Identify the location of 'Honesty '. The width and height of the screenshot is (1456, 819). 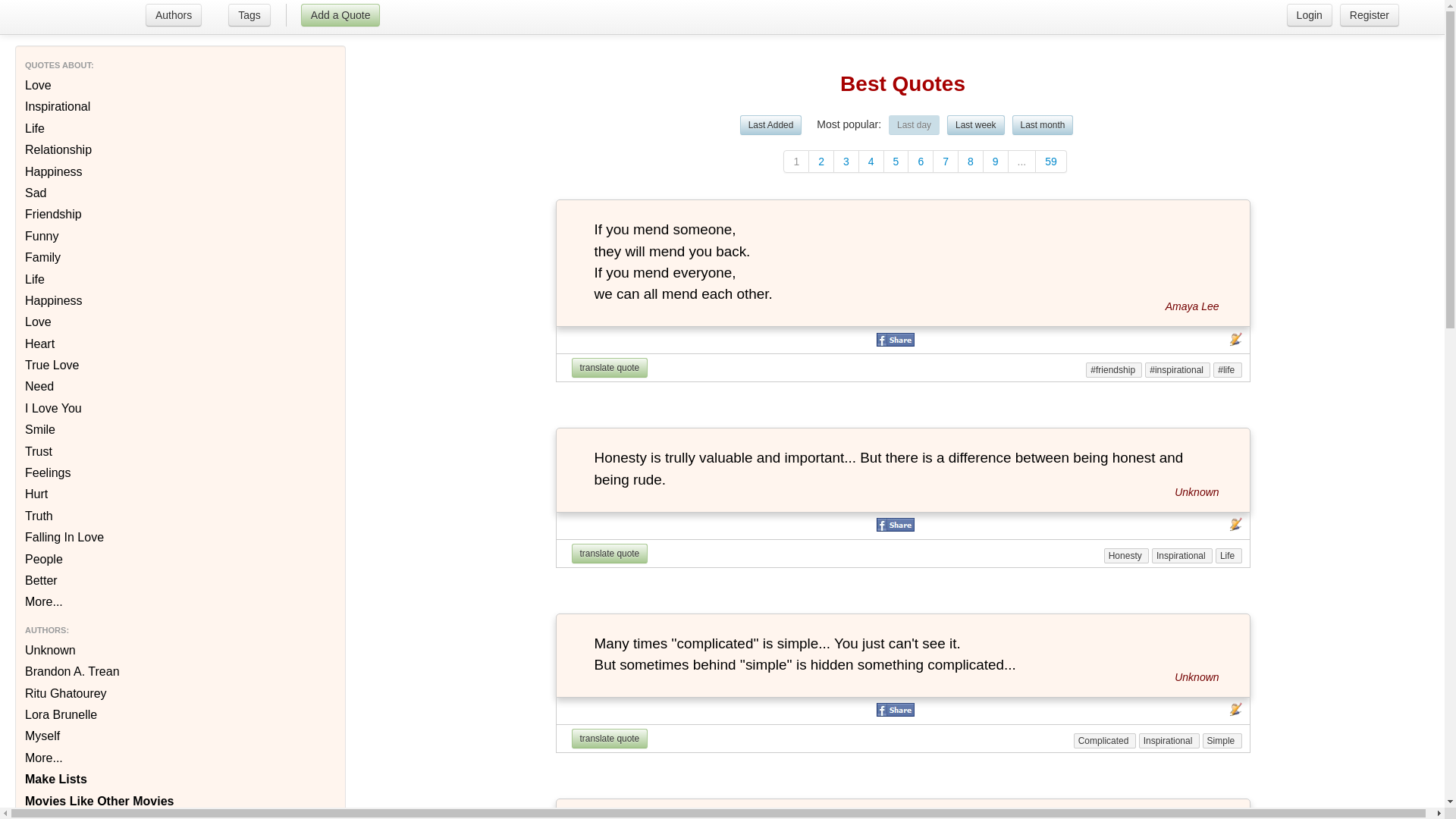
(1103, 555).